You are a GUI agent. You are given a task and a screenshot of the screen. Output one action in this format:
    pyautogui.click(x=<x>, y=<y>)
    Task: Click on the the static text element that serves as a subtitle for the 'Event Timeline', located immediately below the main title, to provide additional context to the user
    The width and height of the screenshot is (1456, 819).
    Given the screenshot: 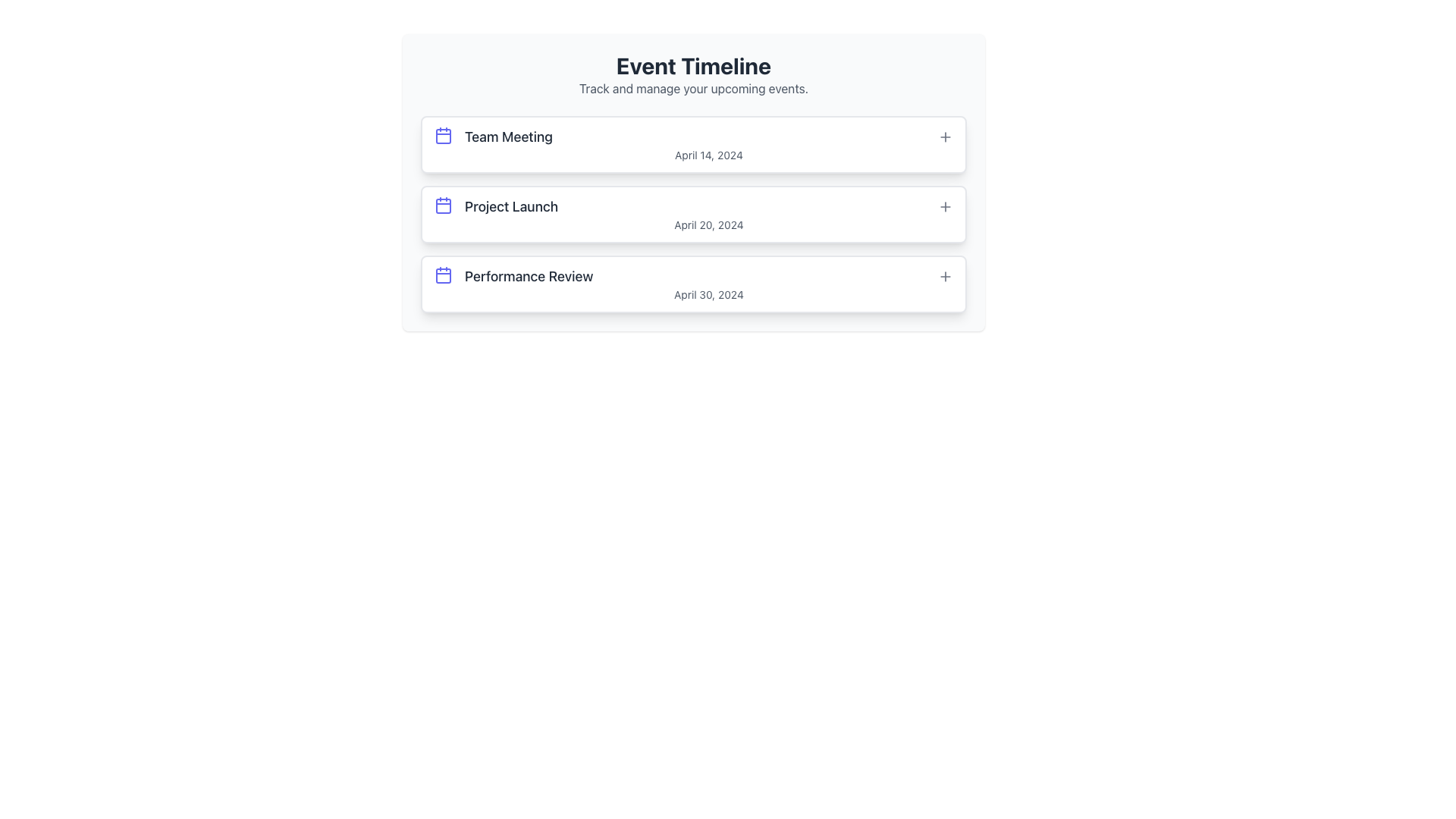 What is the action you would take?
    pyautogui.click(x=693, y=88)
    